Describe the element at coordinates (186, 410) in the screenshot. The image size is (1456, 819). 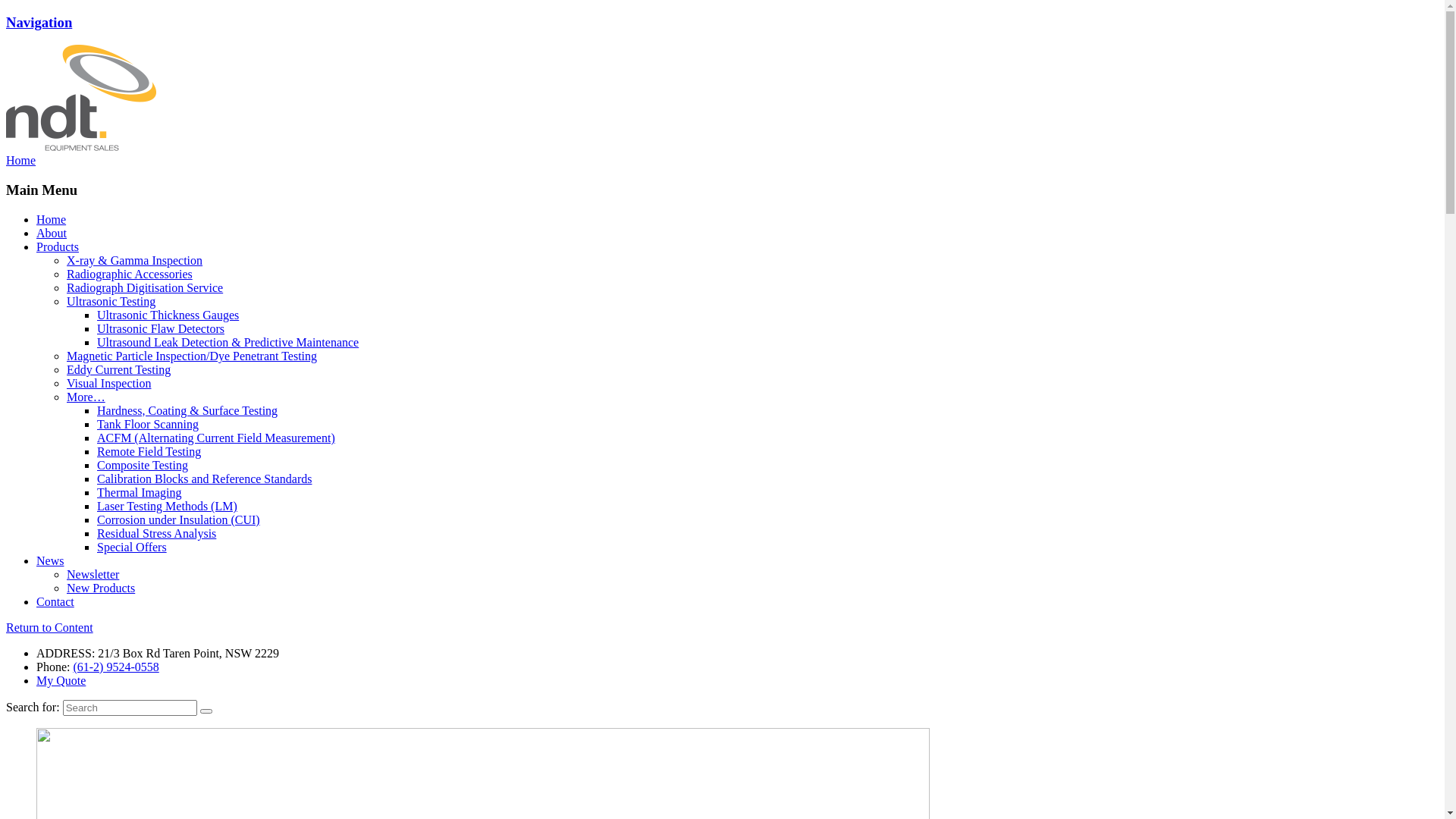
I see `'Hardness, Coating & Surface Testing'` at that location.